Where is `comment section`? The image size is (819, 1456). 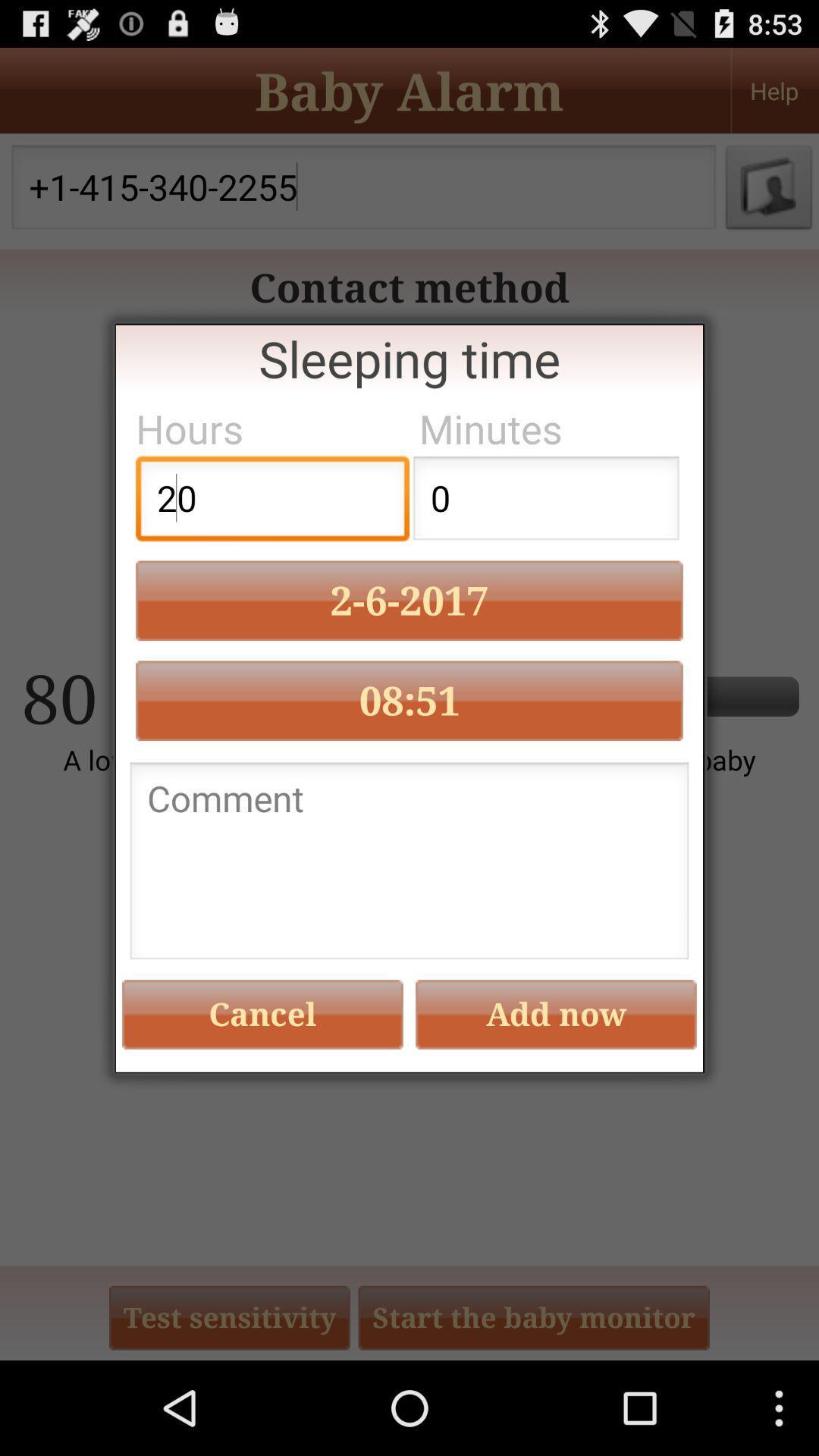
comment section is located at coordinates (409, 865).